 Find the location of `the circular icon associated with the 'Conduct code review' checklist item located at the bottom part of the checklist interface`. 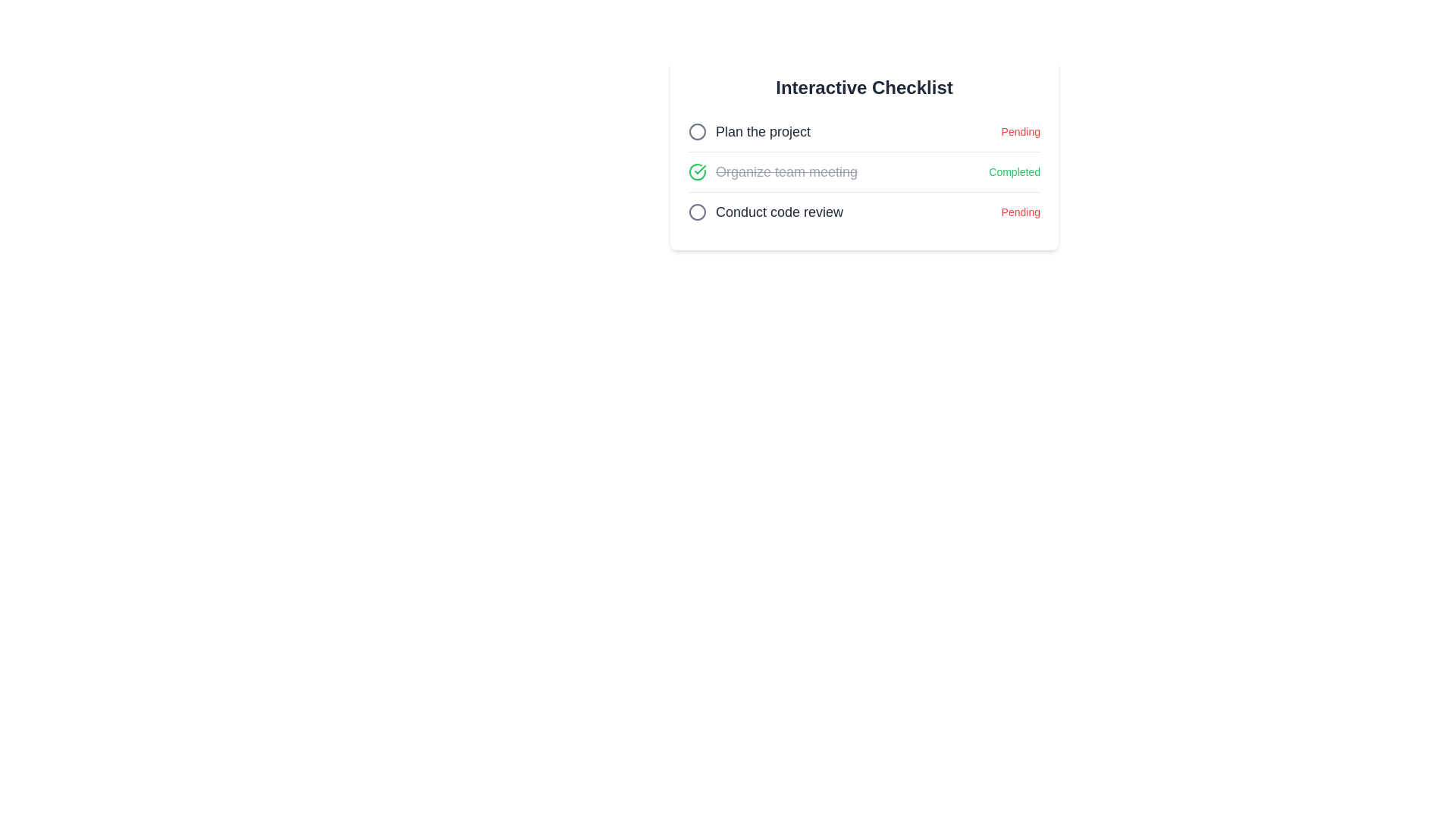

the circular icon associated with the 'Conduct code review' checklist item located at the bottom part of the checklist interface is located at coordinates (697, 212).